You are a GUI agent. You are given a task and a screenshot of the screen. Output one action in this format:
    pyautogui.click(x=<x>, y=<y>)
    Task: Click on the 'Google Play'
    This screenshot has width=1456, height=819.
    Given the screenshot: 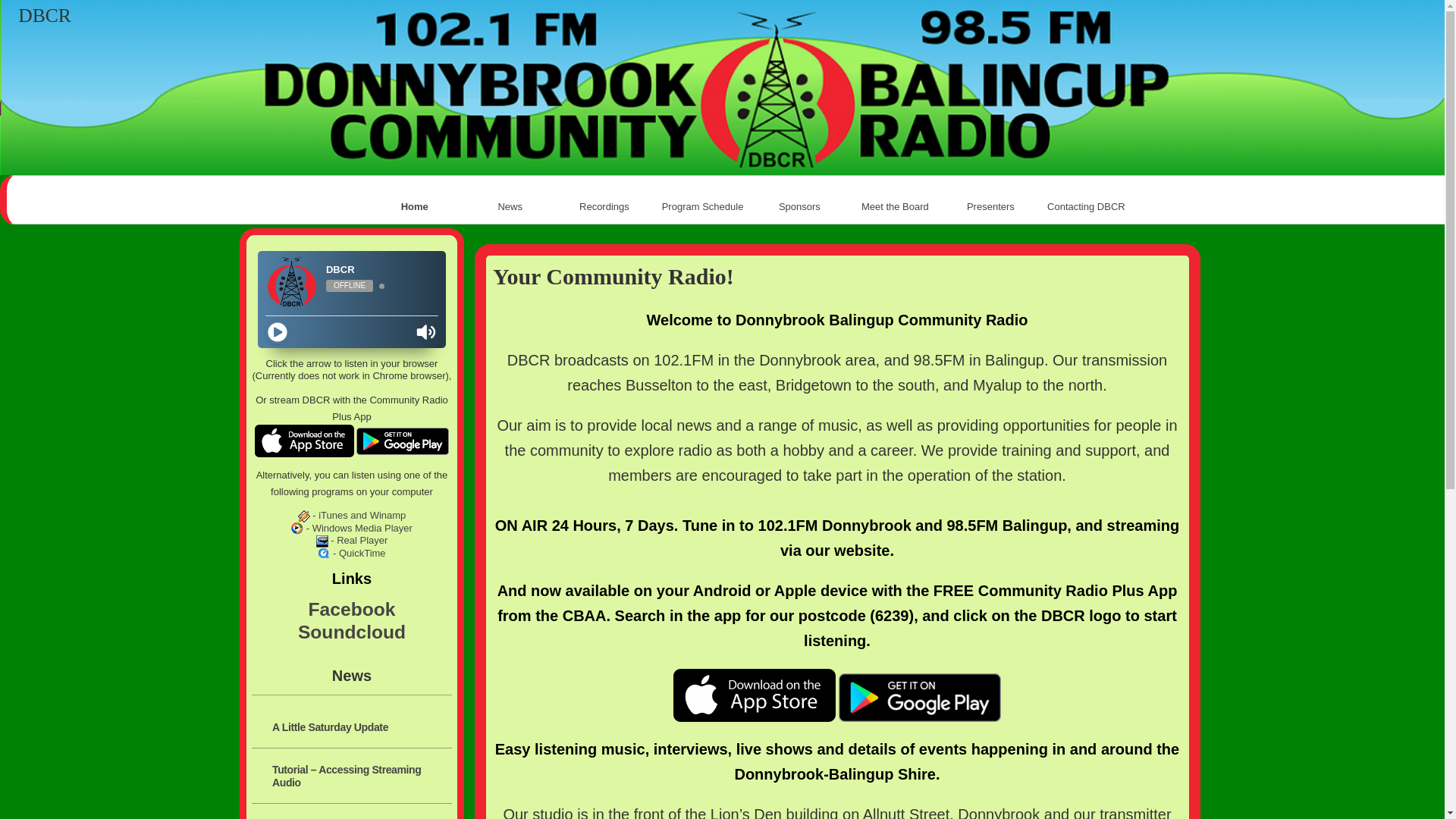 What is the action you would take?
    pyautogui.click(x=403, y=441)
    